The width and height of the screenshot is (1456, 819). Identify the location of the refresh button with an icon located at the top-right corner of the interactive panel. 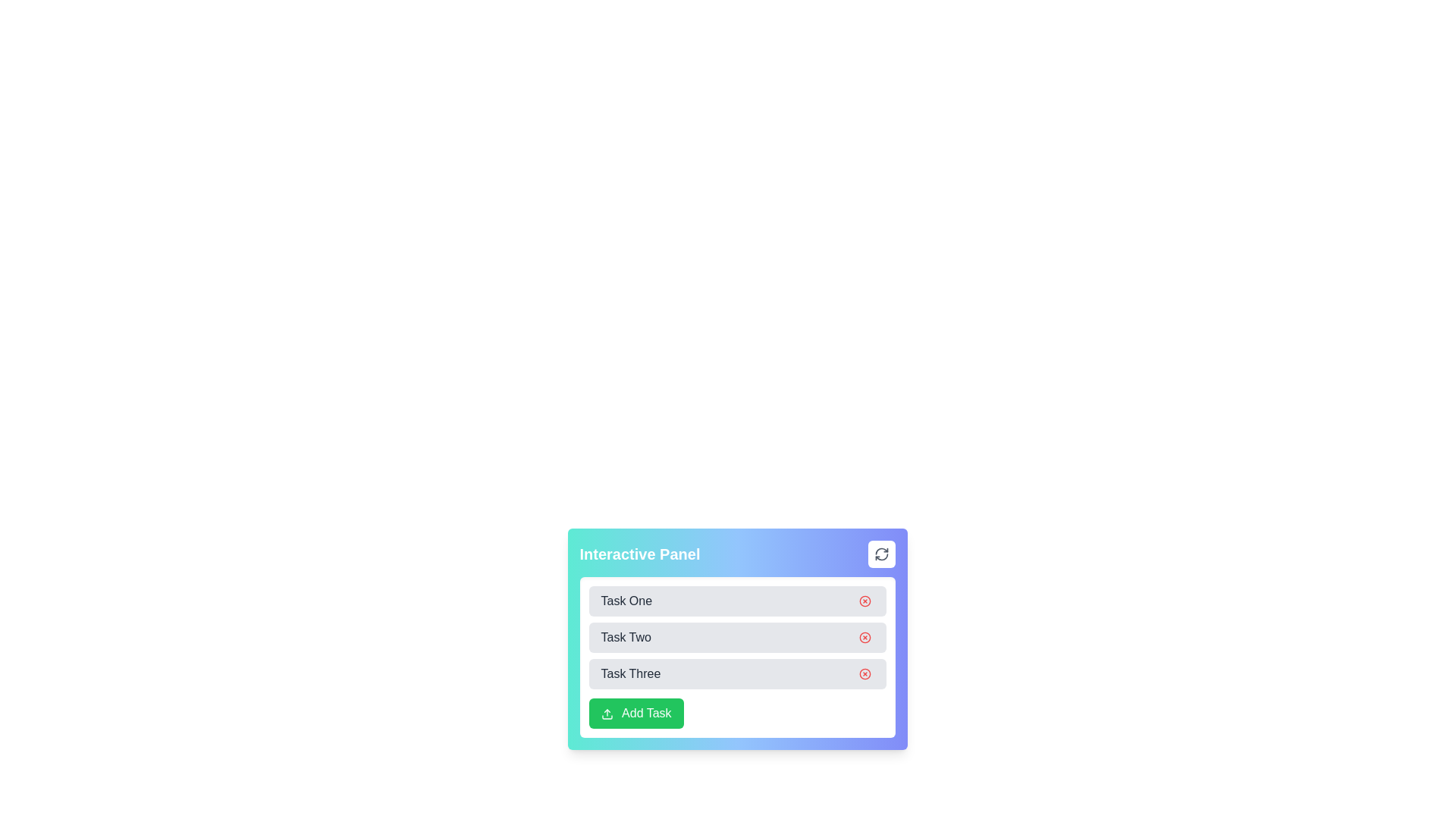
(881, 554).